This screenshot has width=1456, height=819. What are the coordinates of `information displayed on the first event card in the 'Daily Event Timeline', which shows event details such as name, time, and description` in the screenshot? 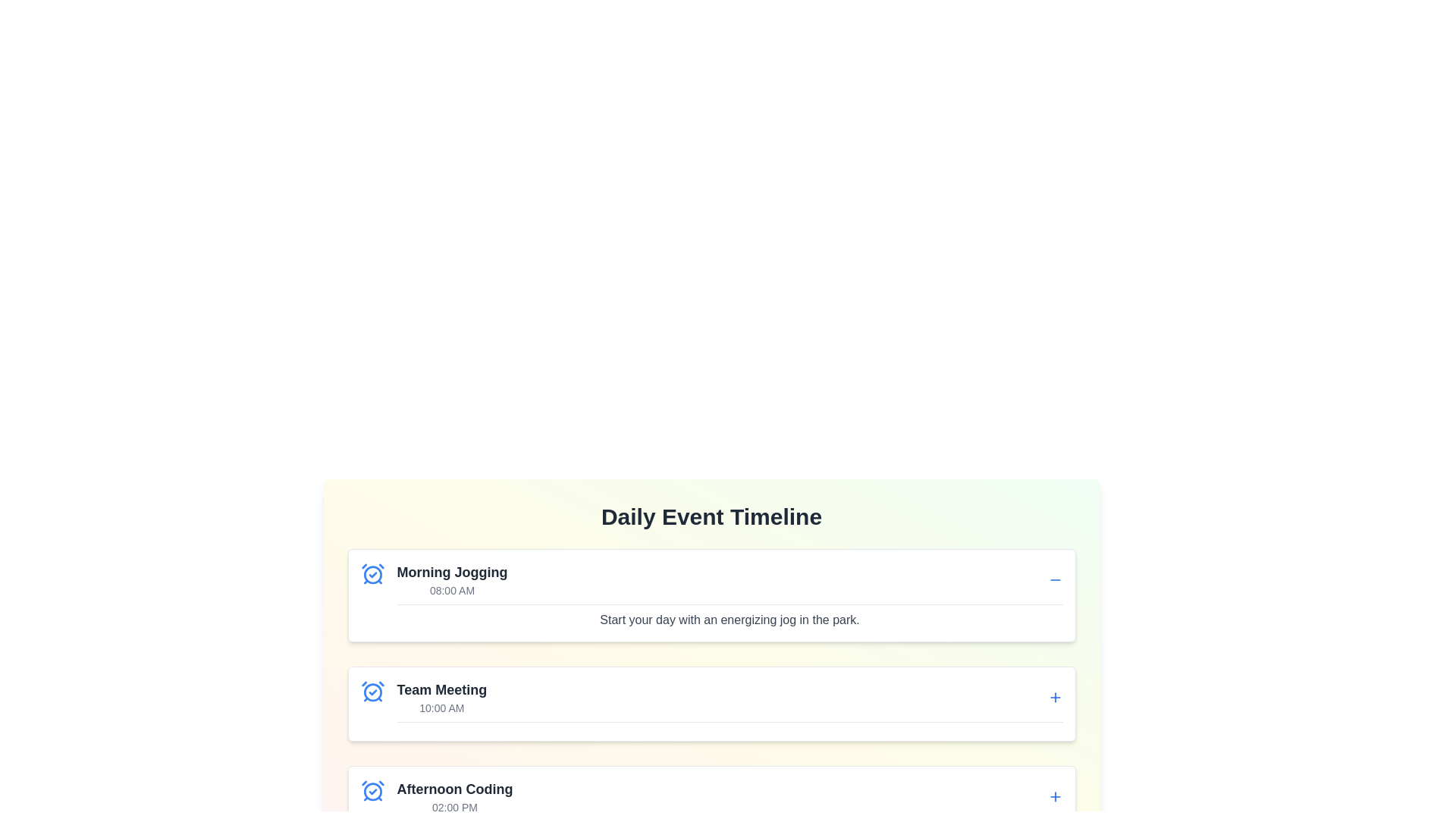 It's located at (711, 595).